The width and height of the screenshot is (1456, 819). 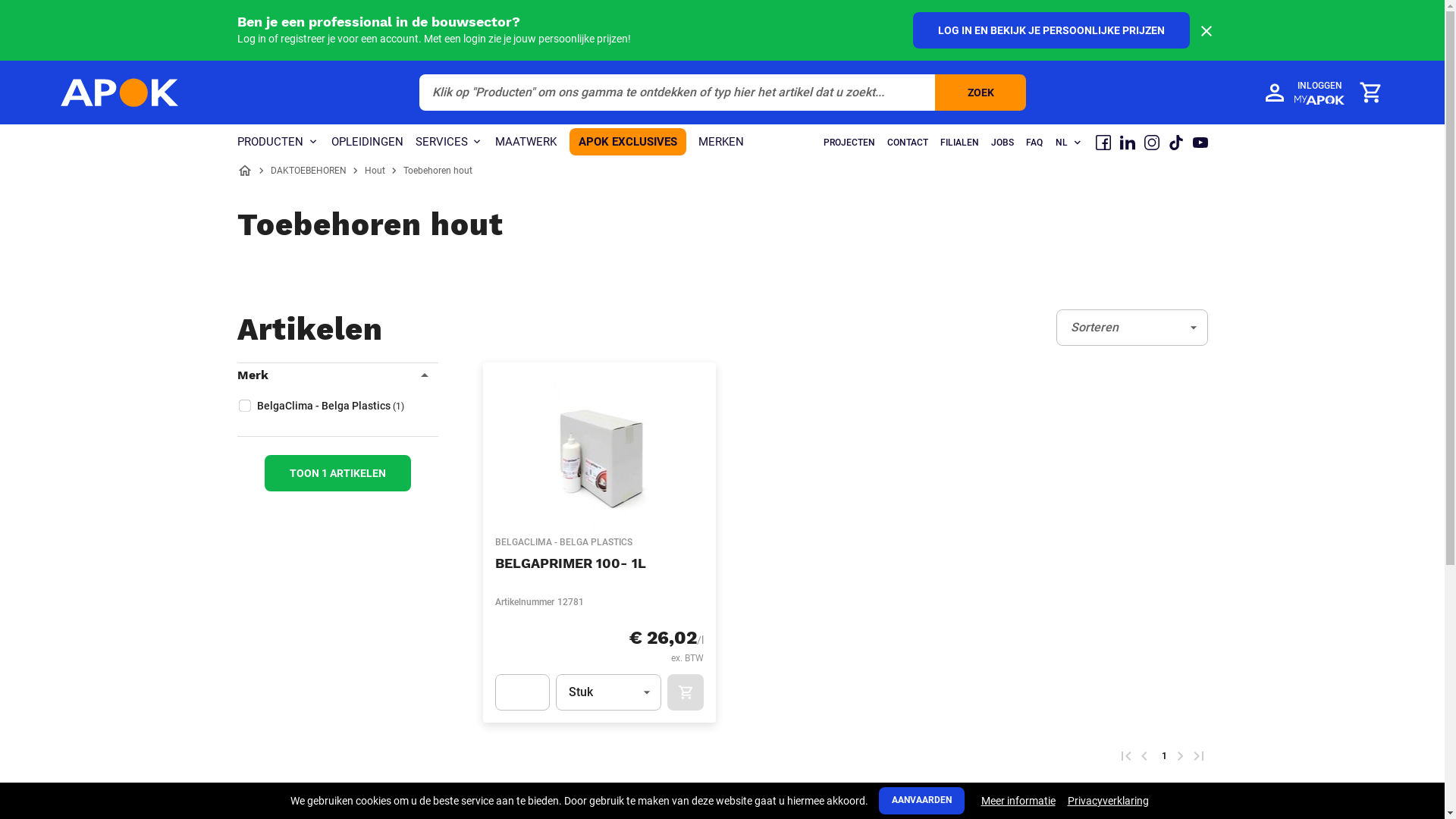 What do you see at coordinates (1199, 143) in the screenshot?
I see `'Youtube'` at bounding box center [1199, 143].